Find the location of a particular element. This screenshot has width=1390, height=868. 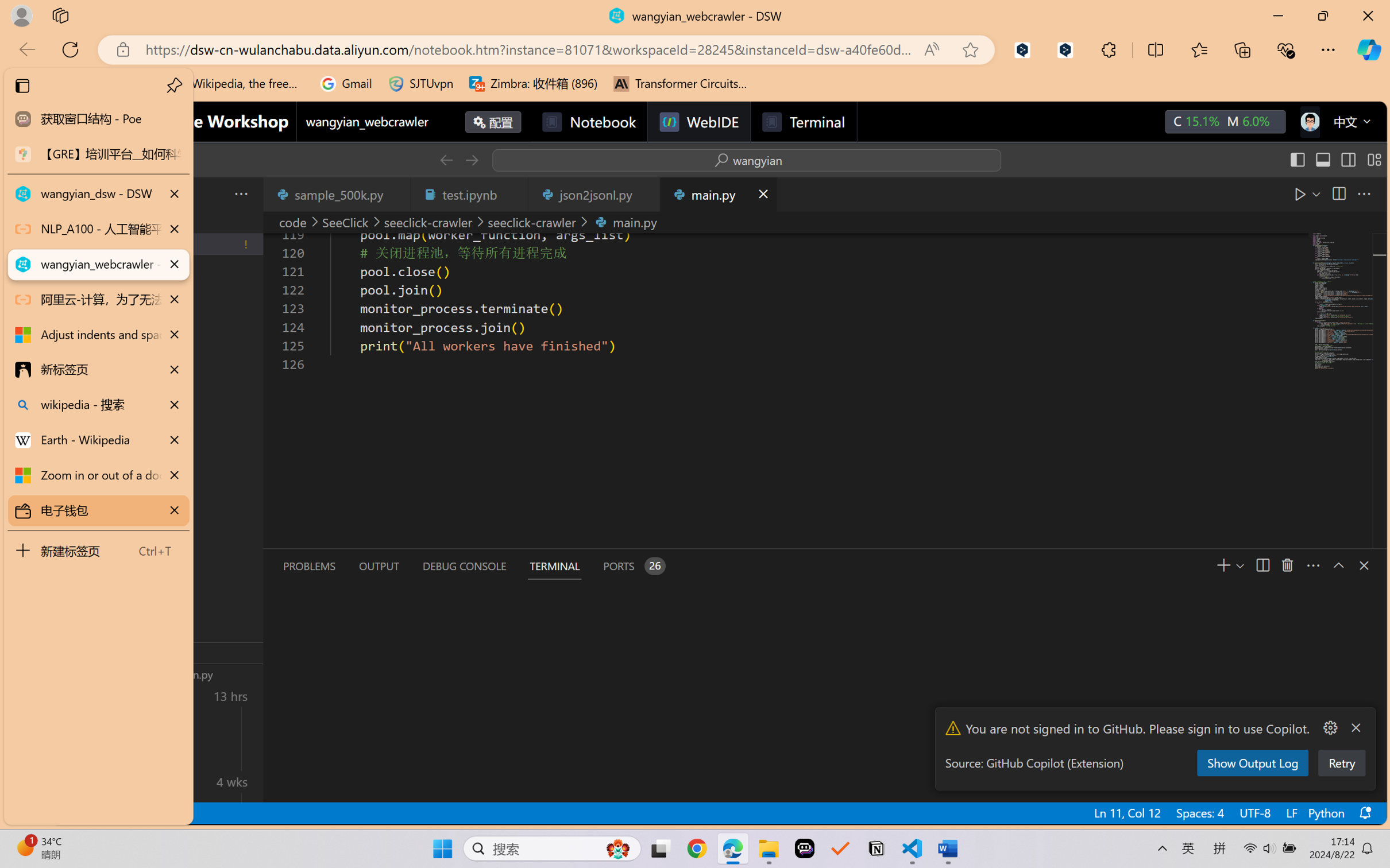

'Problems (Ctrl+Shift+M)' is located at coordinates (308, 566).